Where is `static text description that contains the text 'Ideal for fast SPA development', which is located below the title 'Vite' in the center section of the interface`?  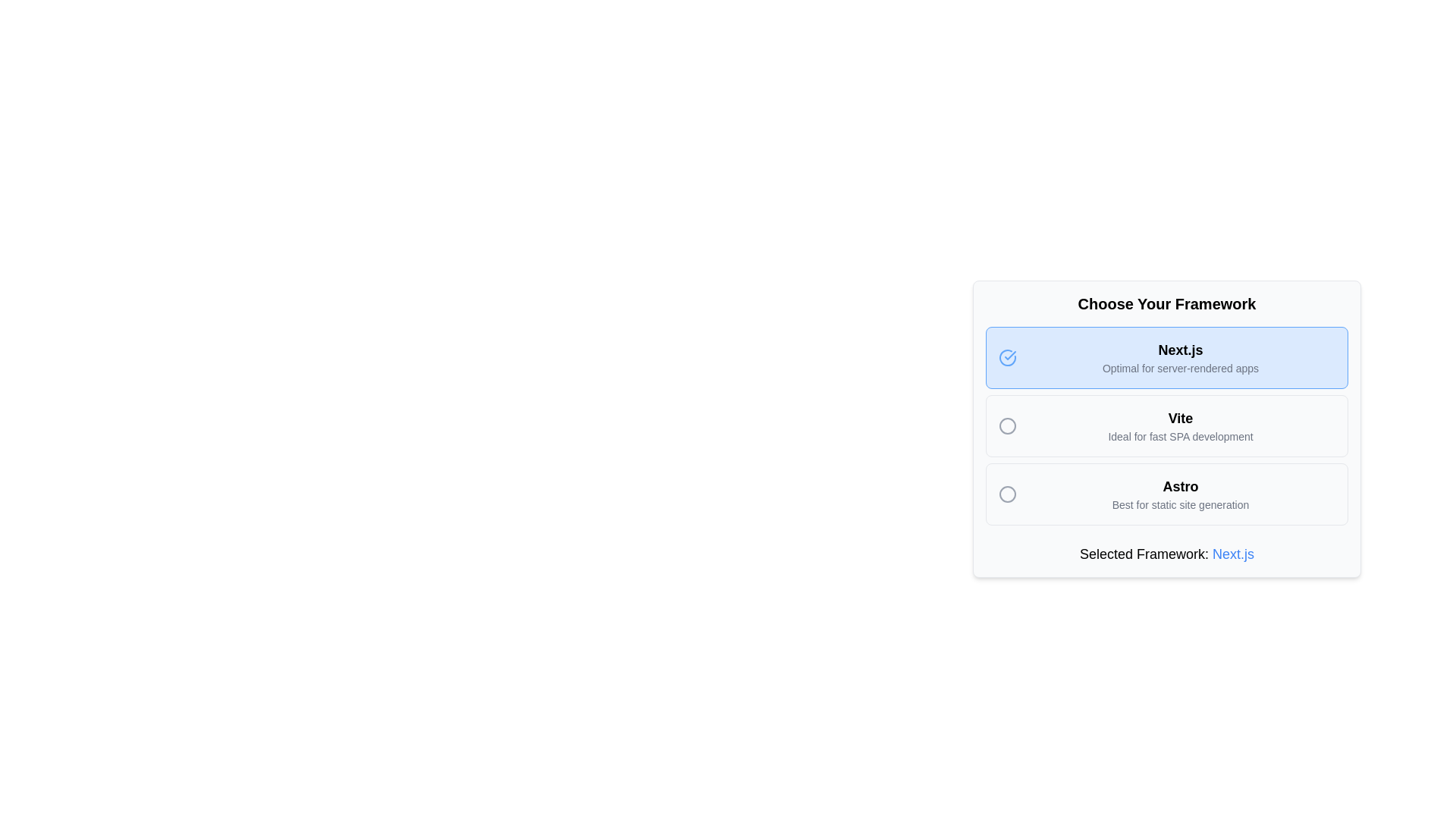
static text description that contains the text 'Ideal for fast SPA development', which is located below the title 'Vite' in the center section of the interface is located at coordinates (1179, 436).